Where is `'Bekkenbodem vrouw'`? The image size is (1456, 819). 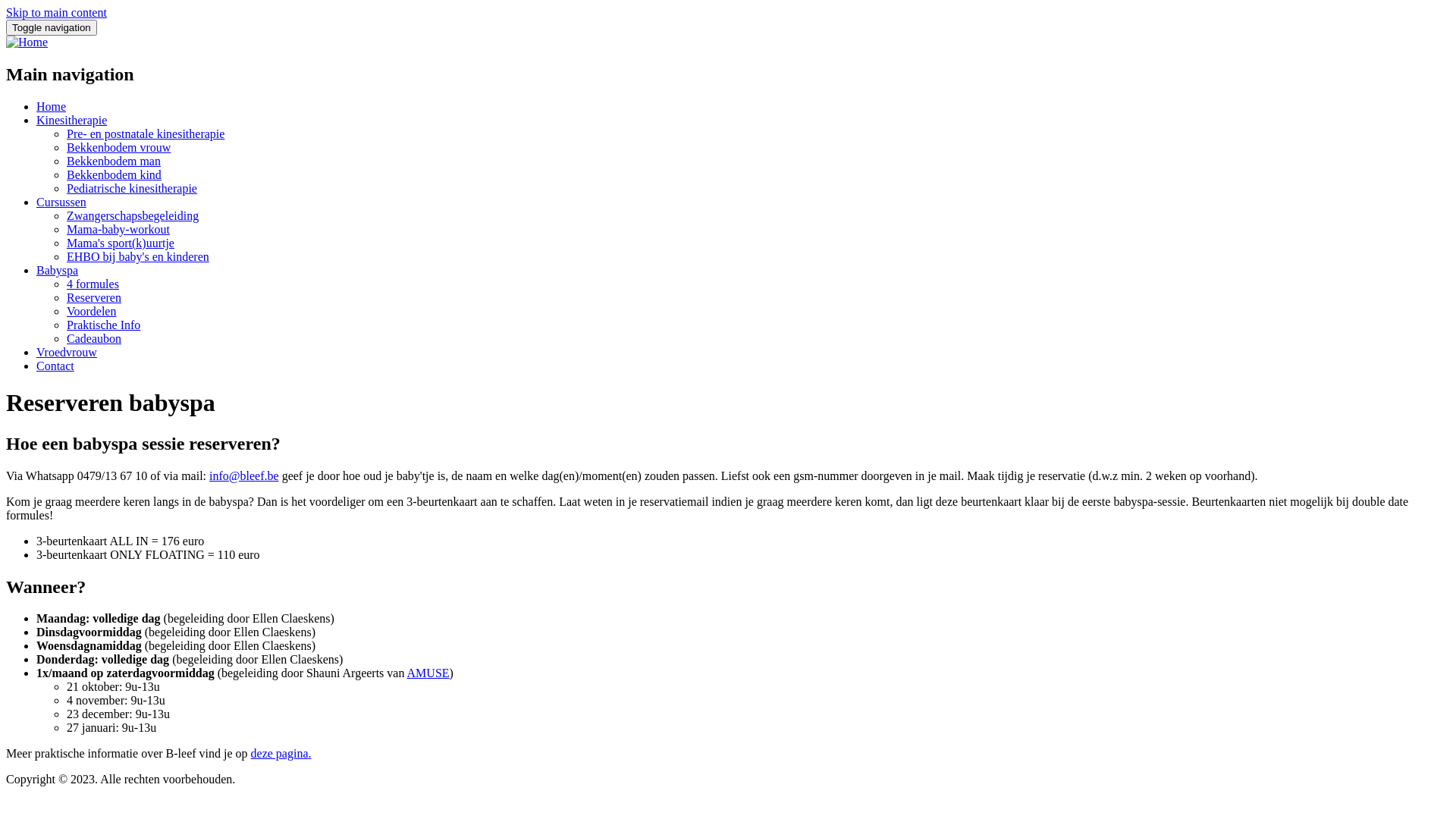
'Bekkenbodem vrouw' is located at coordinates (65, 147).